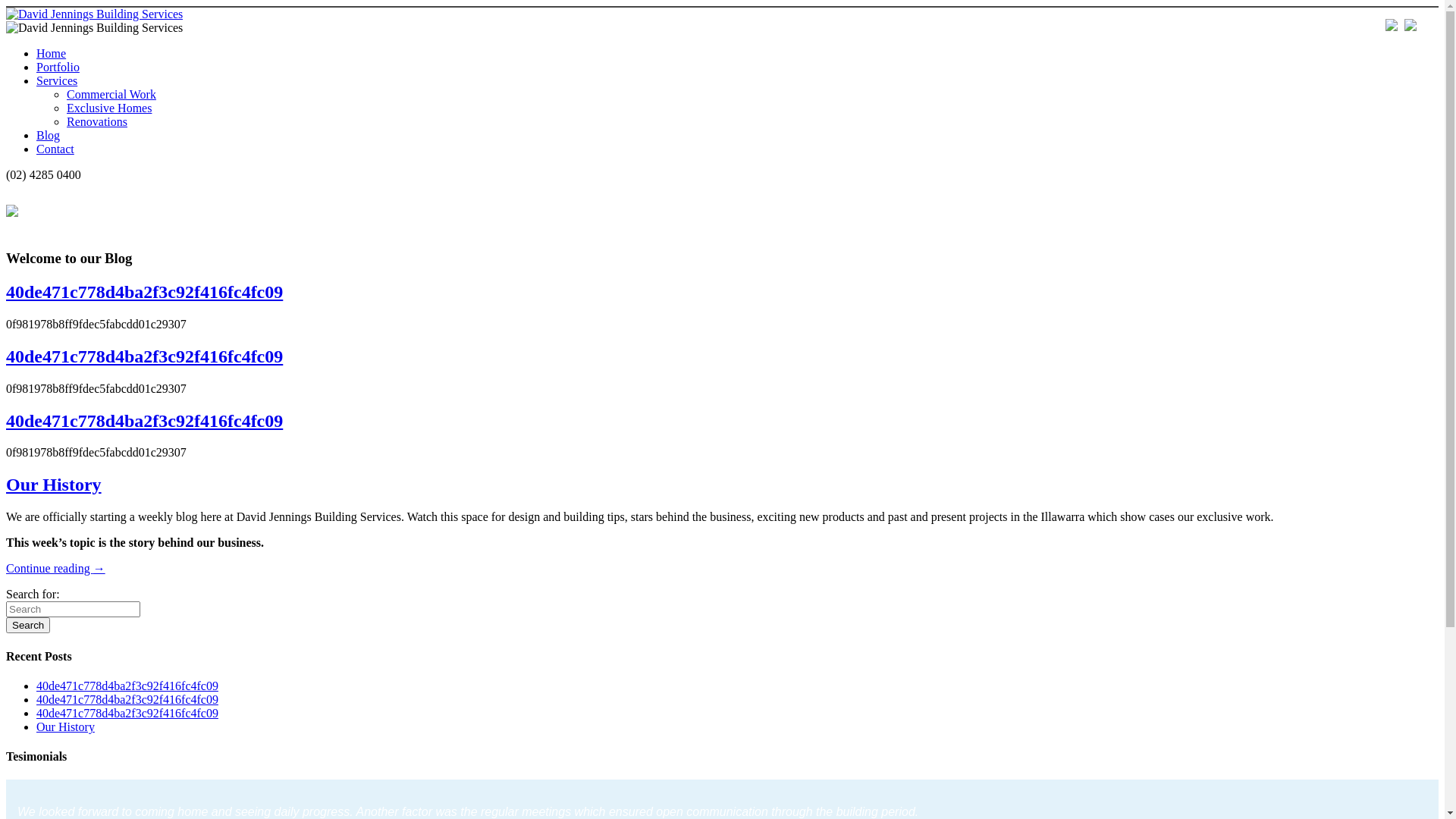 Image resolution: width=1456 pixels, height=819 pixels. What do you see at coordinates (6, 485) in the screenshot?
I see `'Our History'` at bounding box center [6, 485].